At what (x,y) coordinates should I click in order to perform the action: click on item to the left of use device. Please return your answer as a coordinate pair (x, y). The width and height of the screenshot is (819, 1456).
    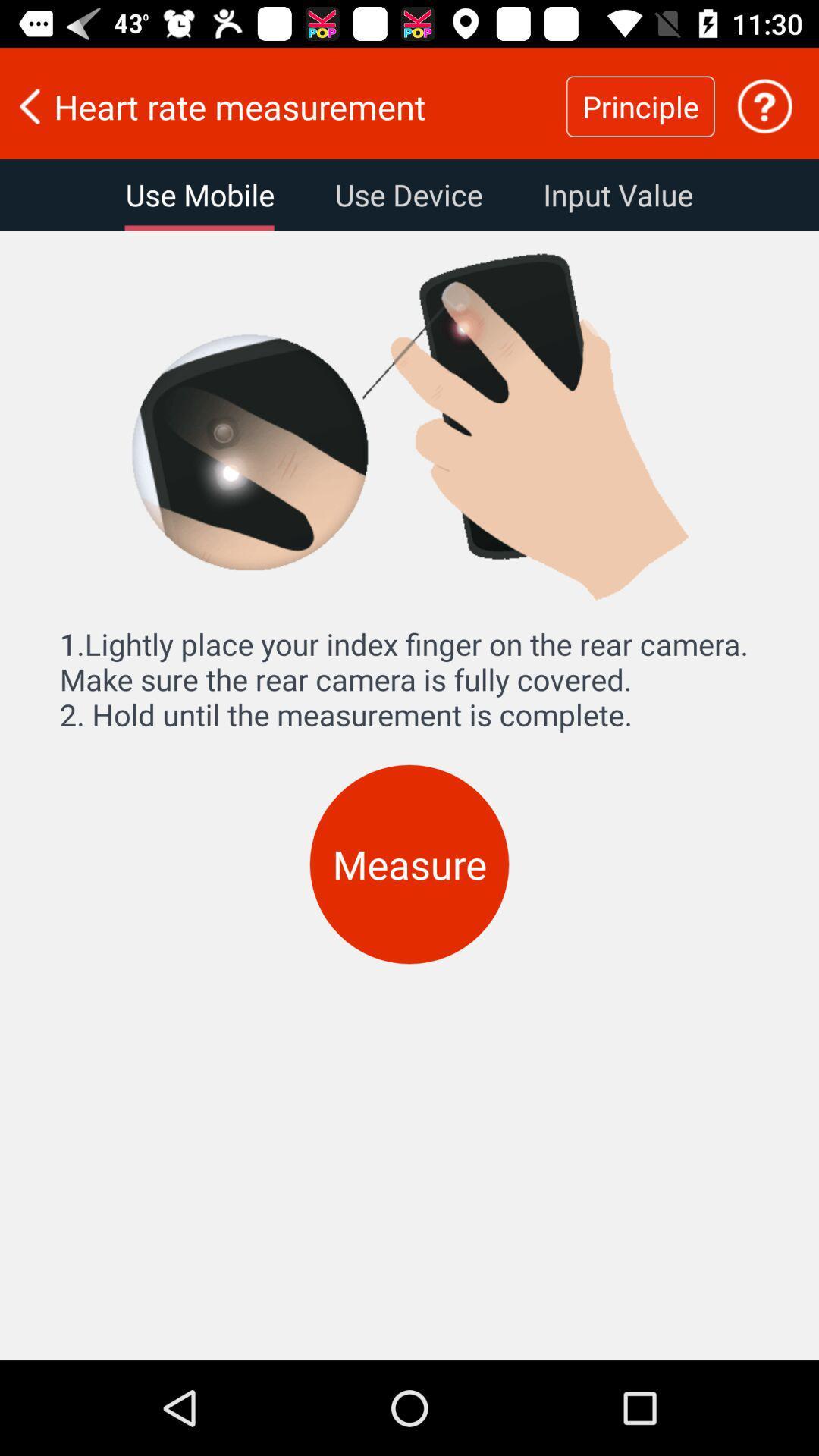
    Looking at the image, I should click on (199, 194).